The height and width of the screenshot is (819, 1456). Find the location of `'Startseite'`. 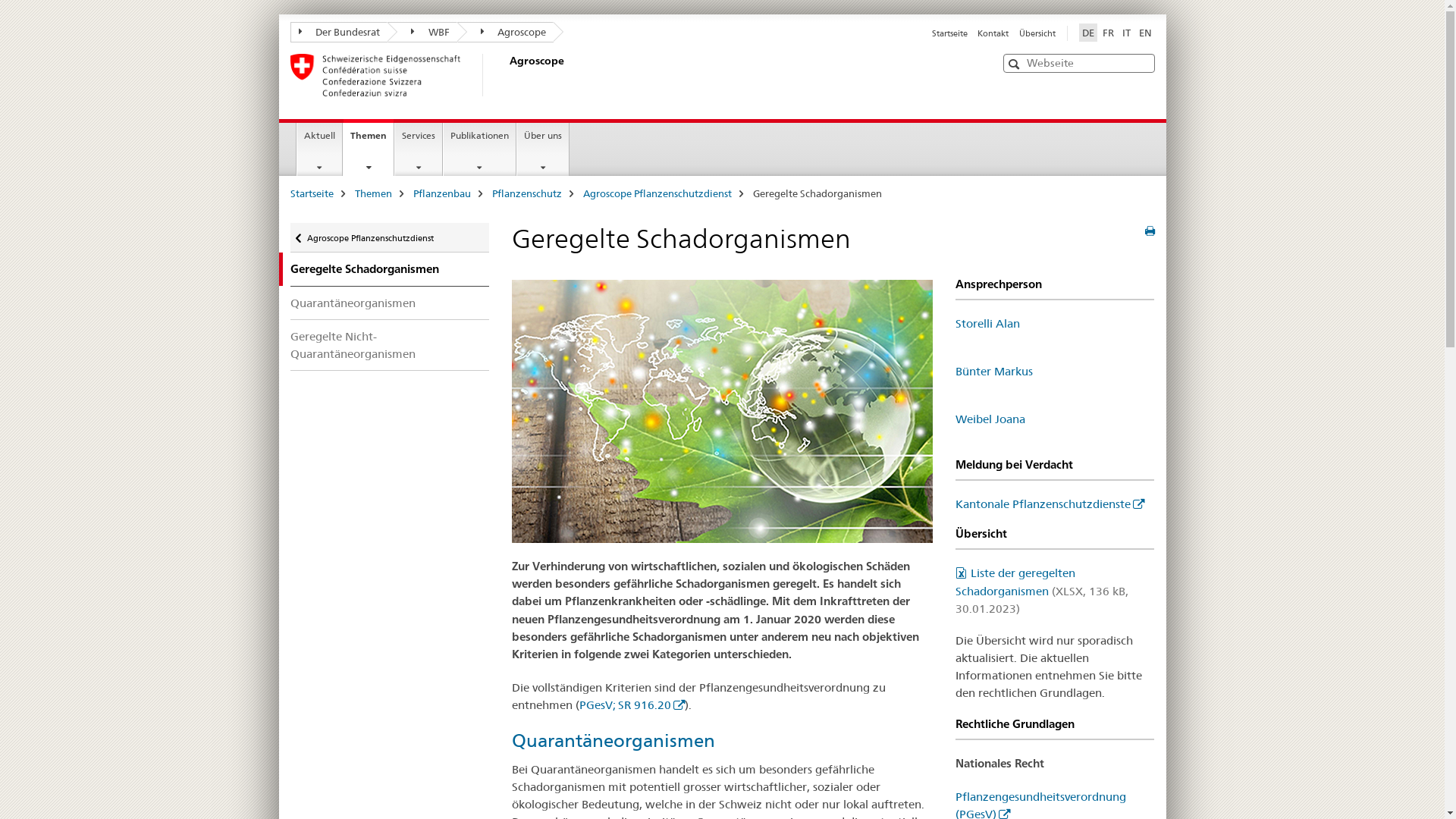

'Startseite' is located at coordinates (310, 192).